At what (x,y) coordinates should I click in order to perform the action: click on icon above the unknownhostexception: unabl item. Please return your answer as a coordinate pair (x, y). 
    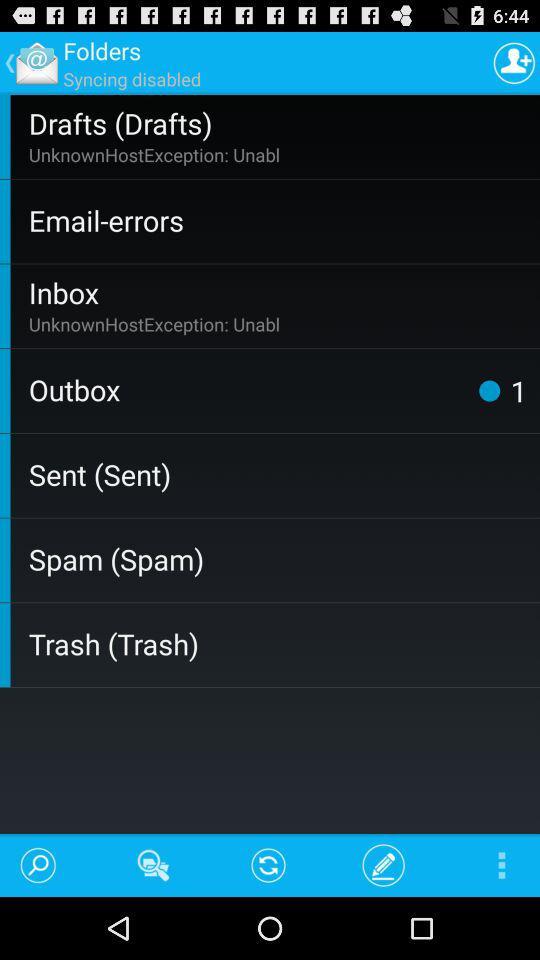
    Looking at the image, I should click on (279, 121).